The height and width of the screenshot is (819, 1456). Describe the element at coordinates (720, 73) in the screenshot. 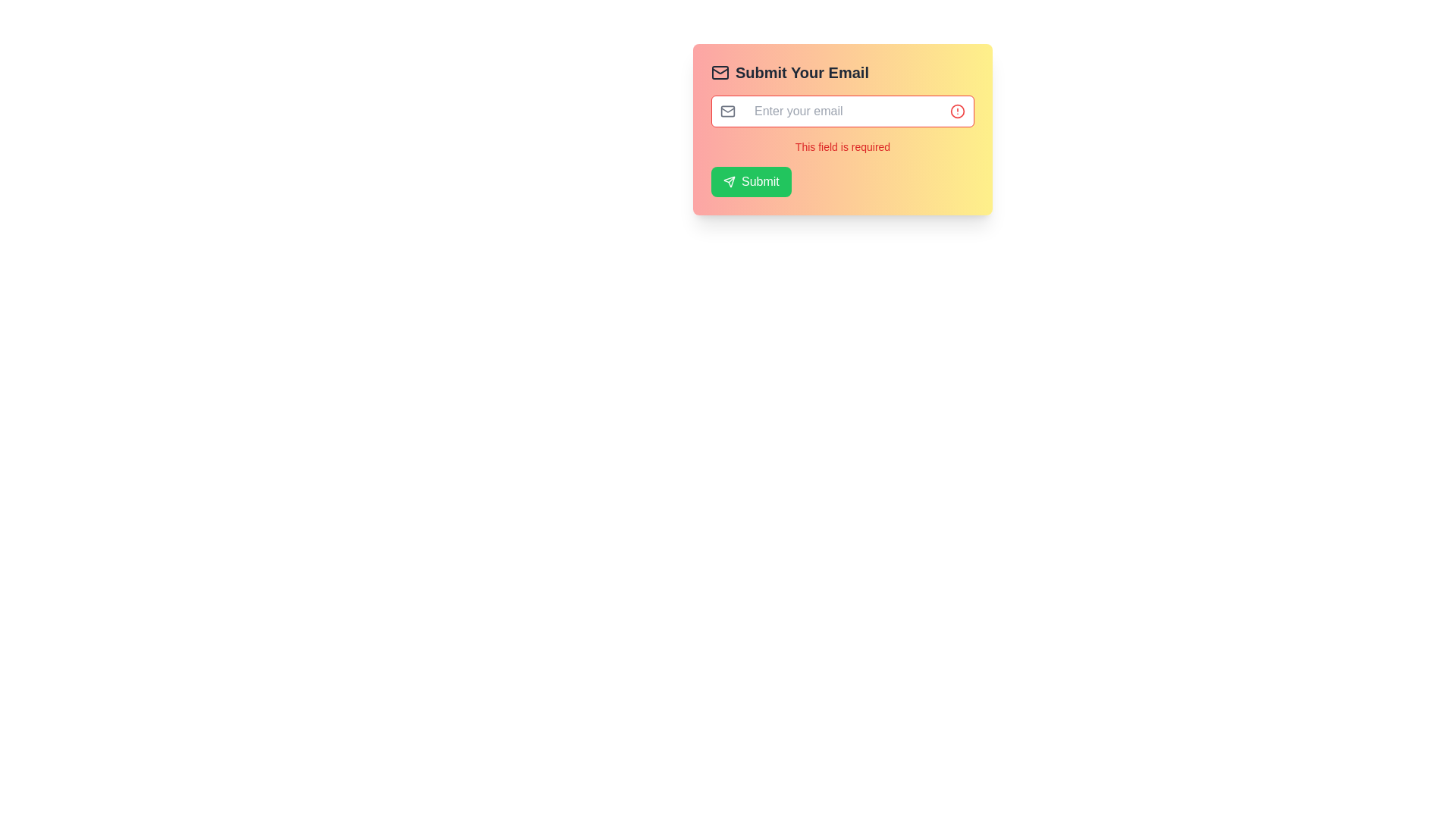

I see `the pinkish rectangular part of the mail icon, which represents the inner section of the envelope's body, located in the top-left corner of the 'Submit Your Email' form` at that location.